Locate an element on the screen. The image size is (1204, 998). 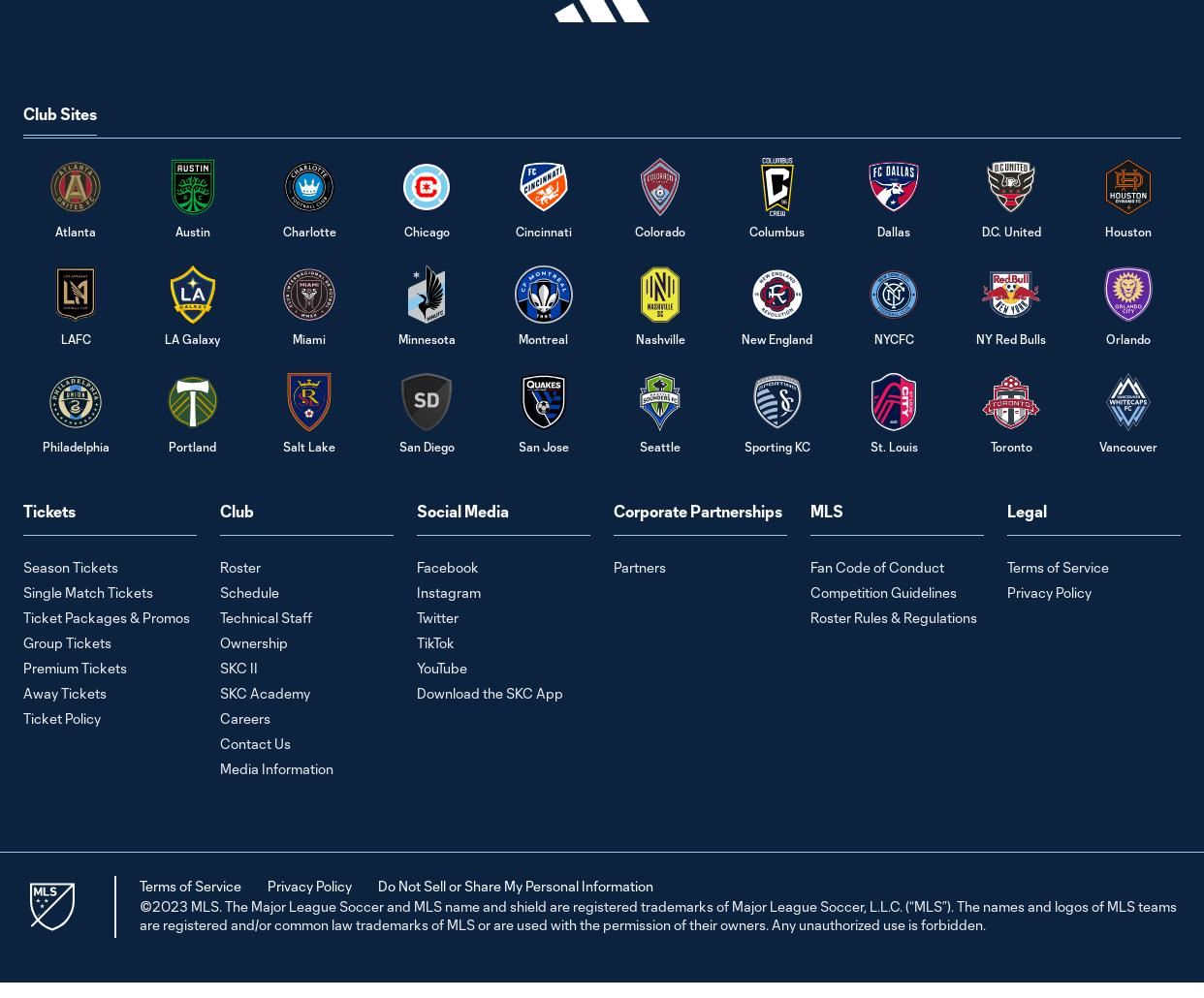
'Vancouver' is located at coordinates (1126, 444).